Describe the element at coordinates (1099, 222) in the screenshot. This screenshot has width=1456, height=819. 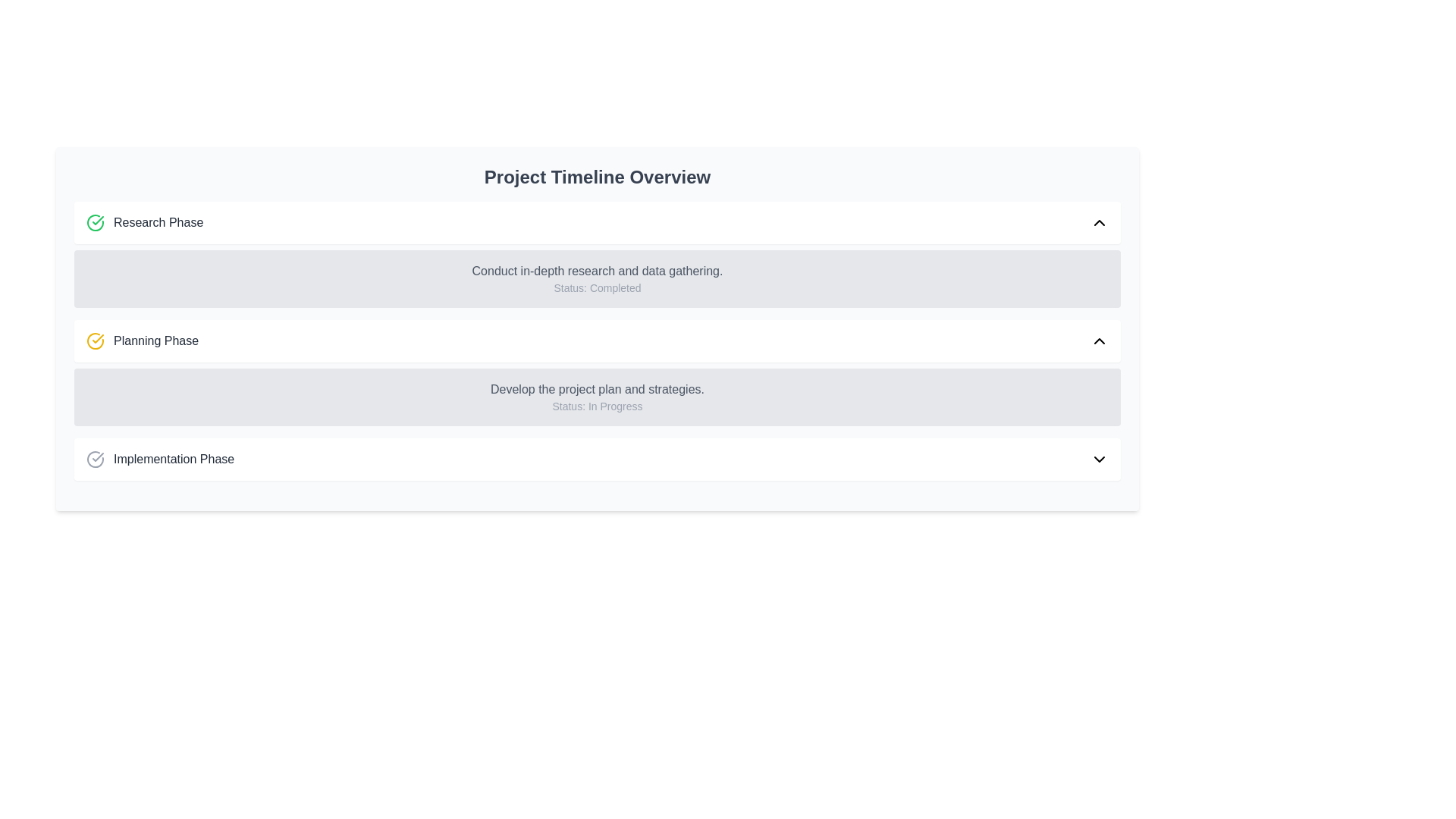
I see `the collapse button icon located at the top-right corner of the 'Research Phase' section` at that location.